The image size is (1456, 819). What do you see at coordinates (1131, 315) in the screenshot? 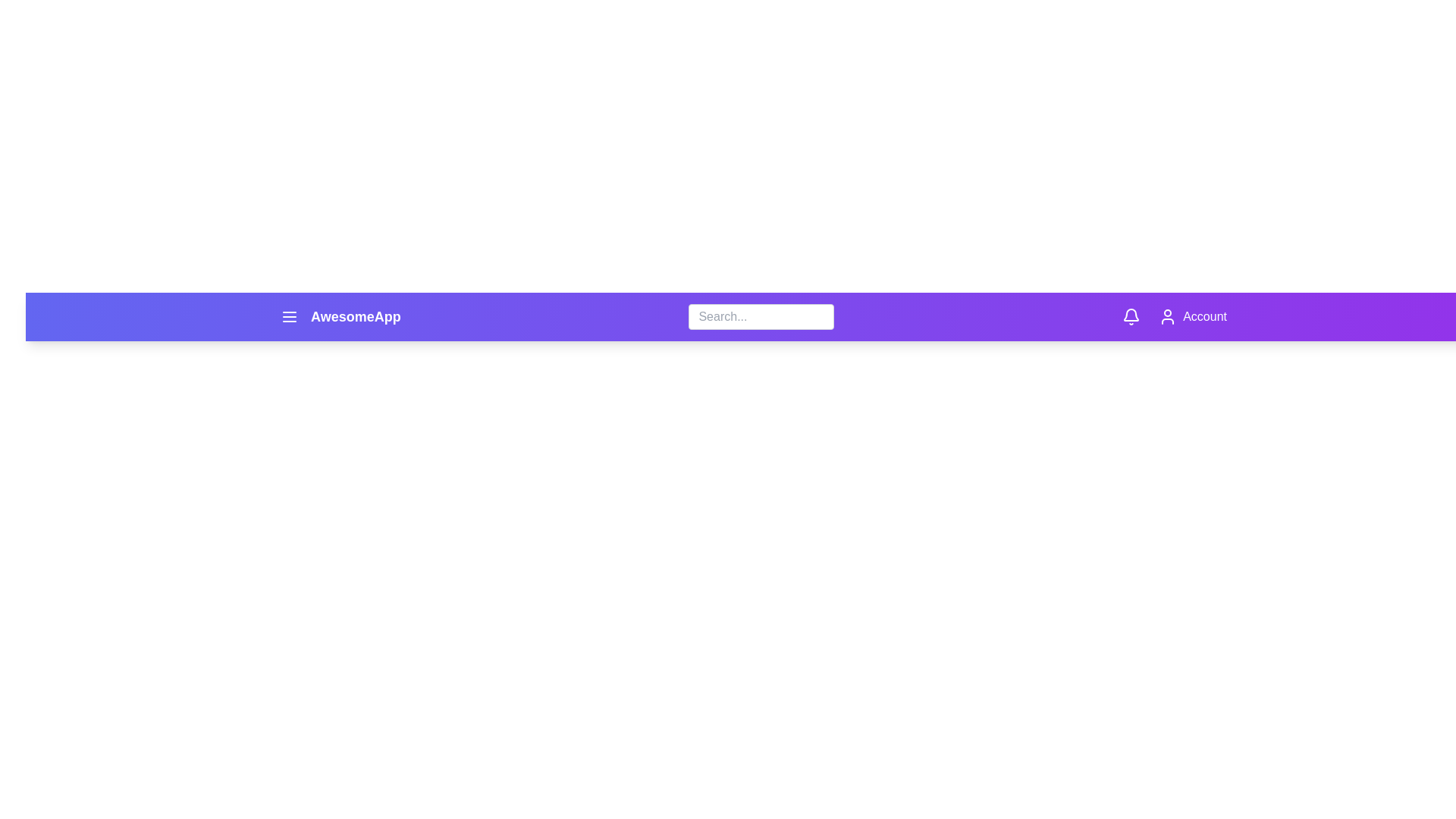
I see `the notification bell button` at bounding box center [1131, 315].